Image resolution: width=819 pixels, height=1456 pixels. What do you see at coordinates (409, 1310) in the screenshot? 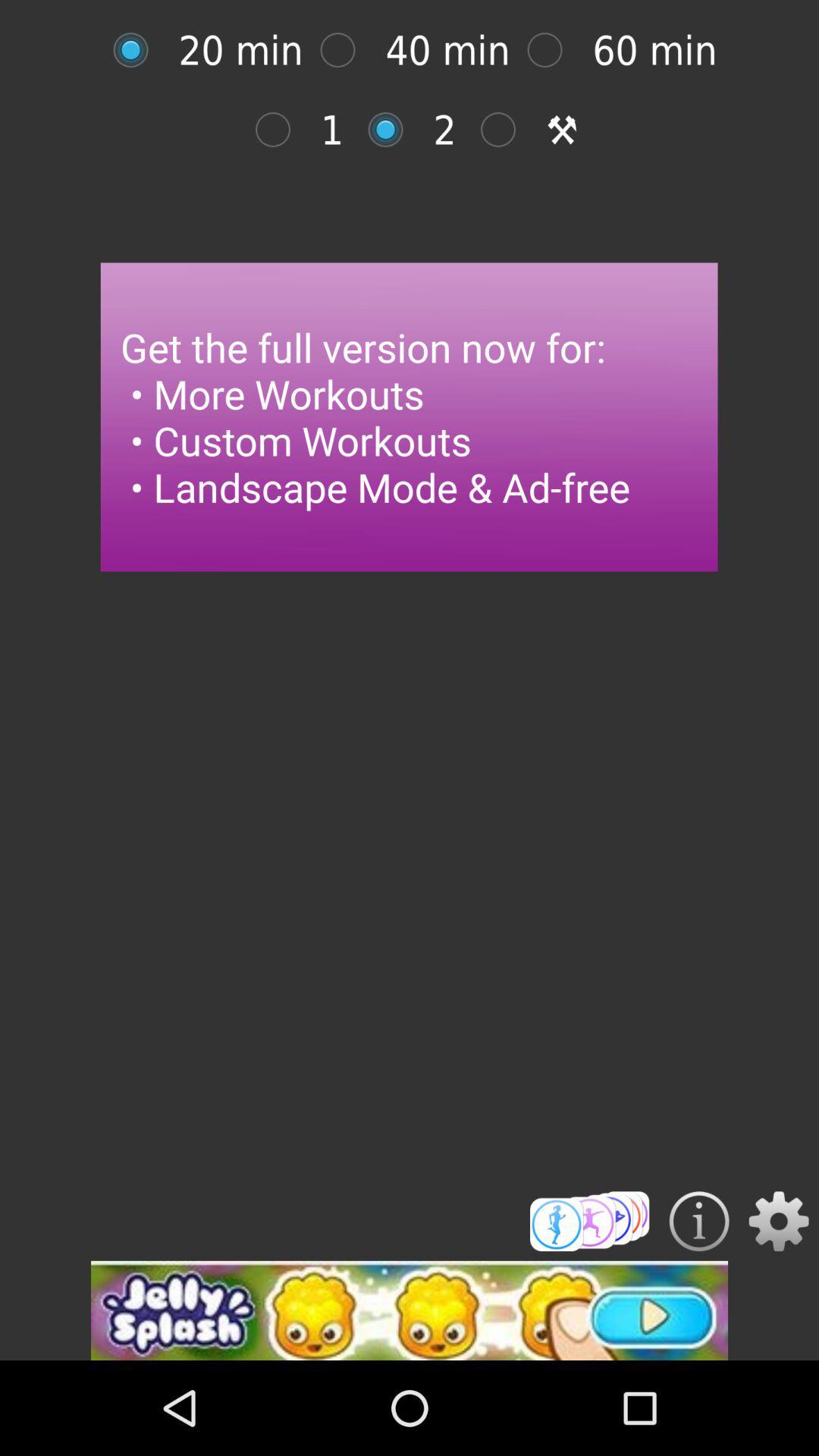
I see `open advertisements` at bounding box center [409, 1310].